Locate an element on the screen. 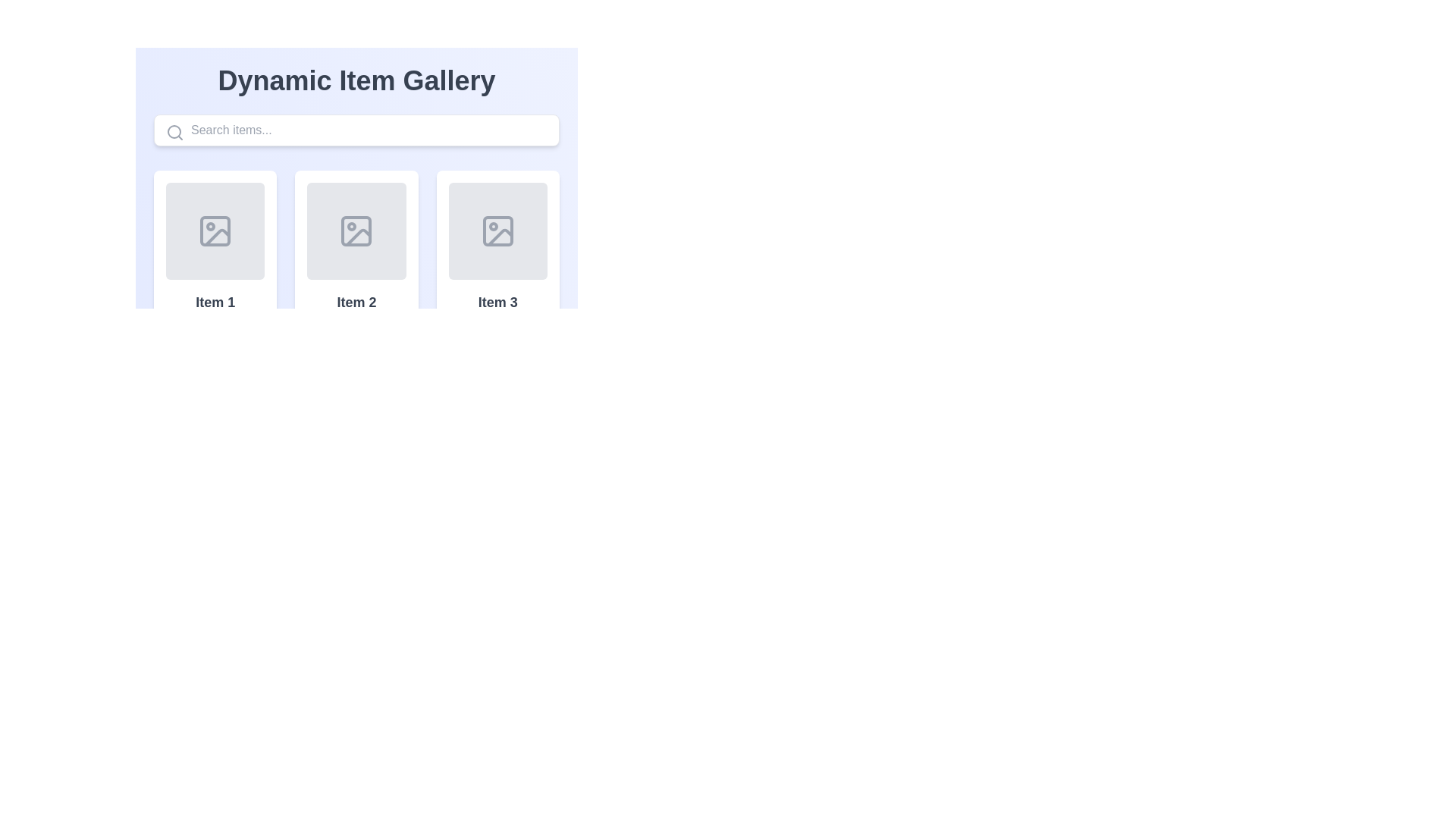  header text 'Dynamic Item Gallery' which is prominently displayed at the top of the interface in a bold, large font, centered with gray color on a light background is located at coordinates (356, 81).